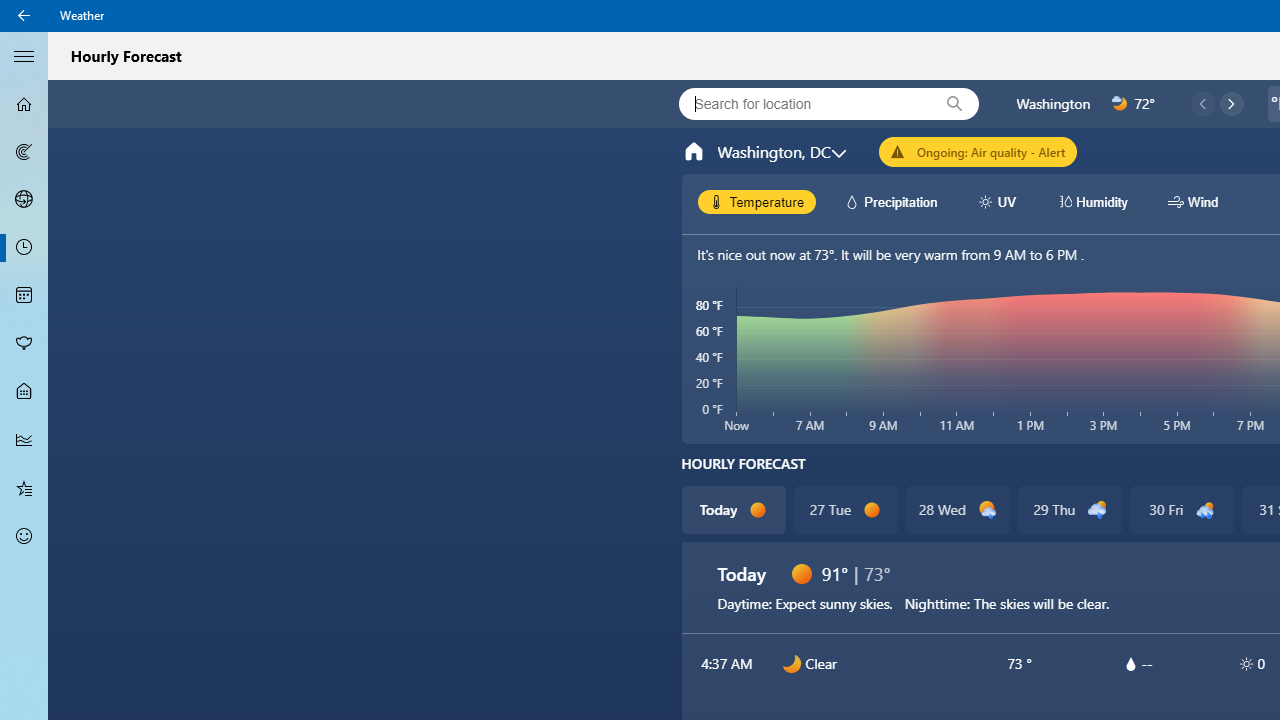 The width and height of the screenshot is (1280, 720). I want to click on 'Send Feedback - Not Selected', so click(24, 535).